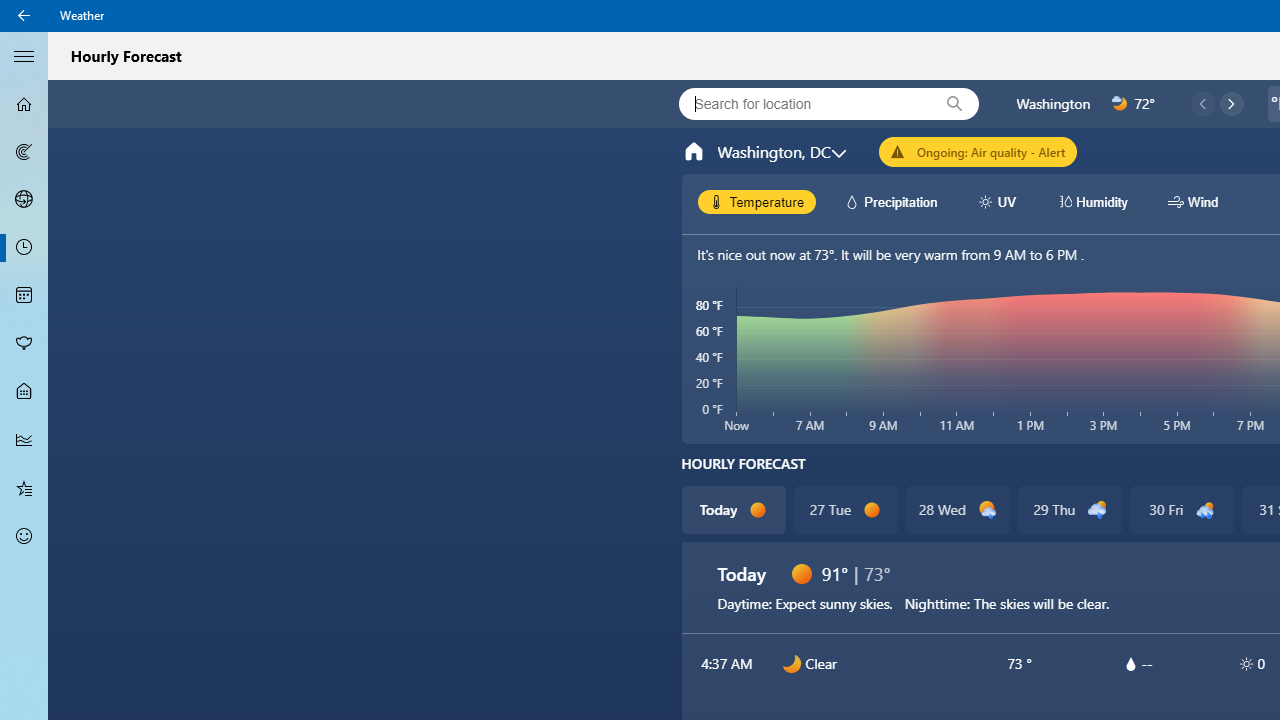 The width and height of the screenshot is (1280, 720). I want to click on 'Send Feedback - Not Selected', so click(24, 535).